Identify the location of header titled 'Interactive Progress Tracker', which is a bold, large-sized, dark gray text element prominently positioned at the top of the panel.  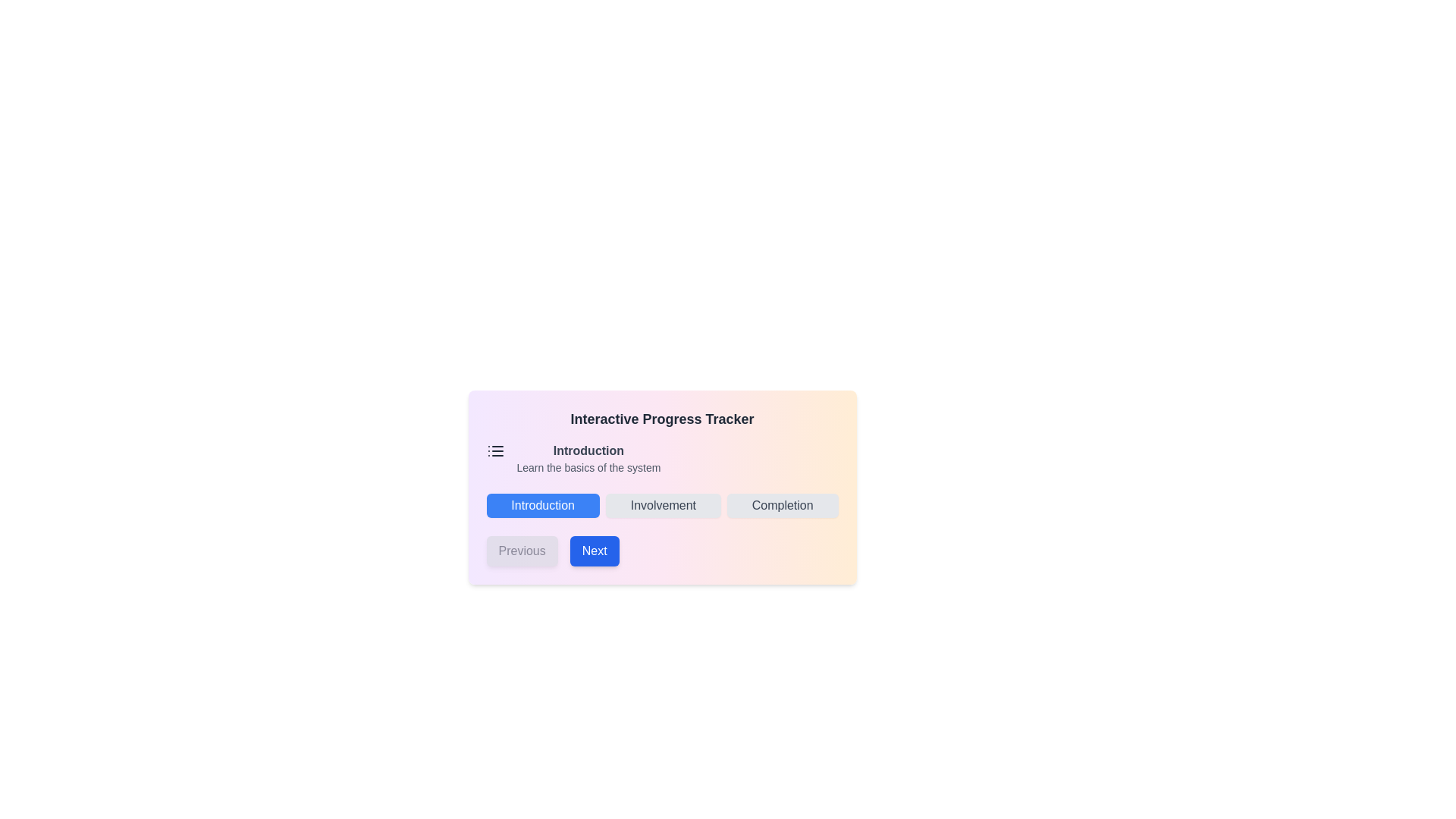
(662, 419).